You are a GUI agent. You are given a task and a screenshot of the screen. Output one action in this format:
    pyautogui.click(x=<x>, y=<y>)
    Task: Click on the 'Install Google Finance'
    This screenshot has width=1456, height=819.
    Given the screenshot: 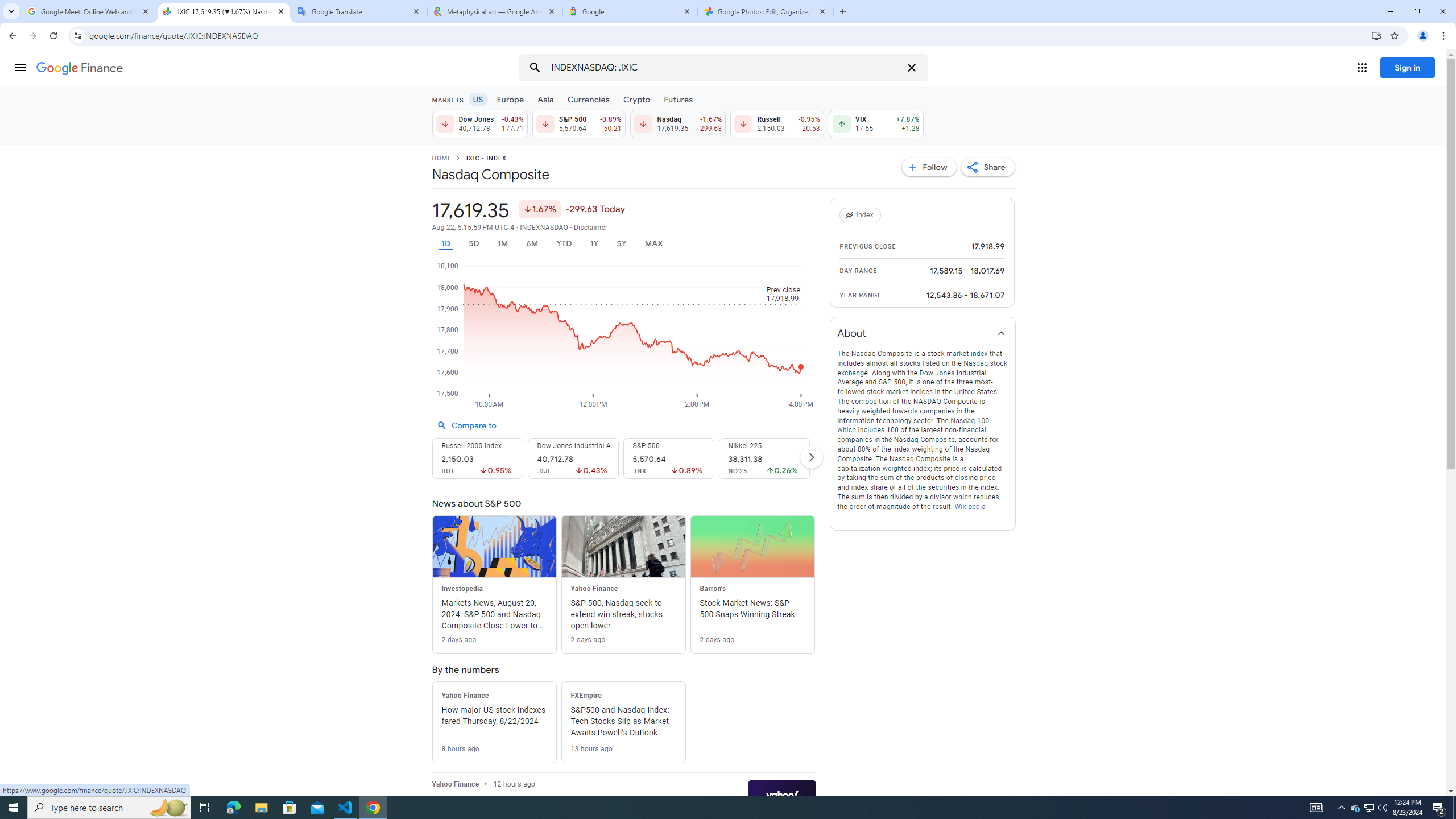 What is the action you would take?
    pyautogui.click(x=1376, y=35)
    